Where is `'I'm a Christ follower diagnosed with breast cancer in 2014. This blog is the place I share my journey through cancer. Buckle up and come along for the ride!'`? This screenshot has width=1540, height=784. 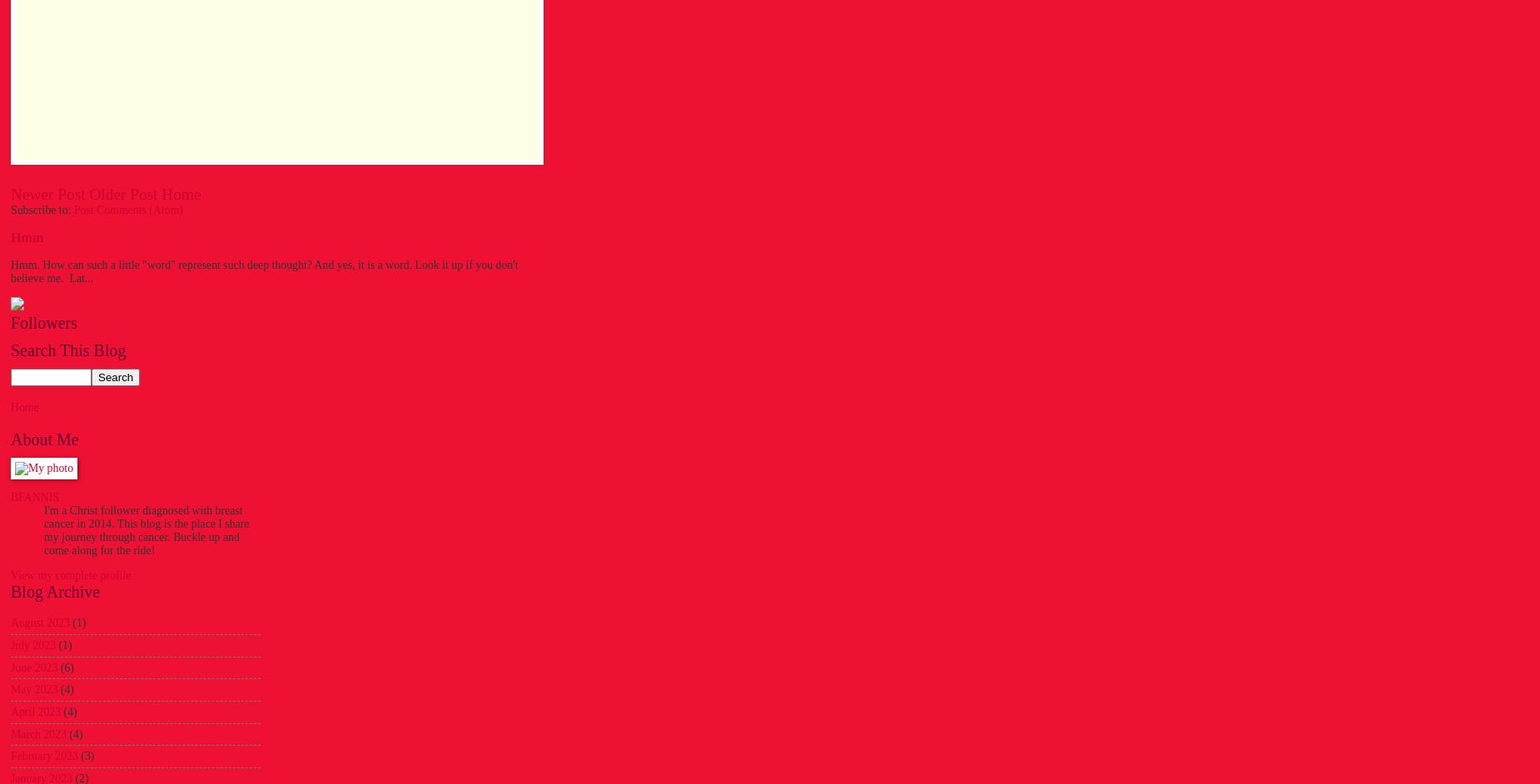 'I'm a Christ follower diagnosed with breast cancer in 2014. This blog is the place I share my journey through cancer. Buckle up and come along for the ride!' is located at coordinates (145, 528).